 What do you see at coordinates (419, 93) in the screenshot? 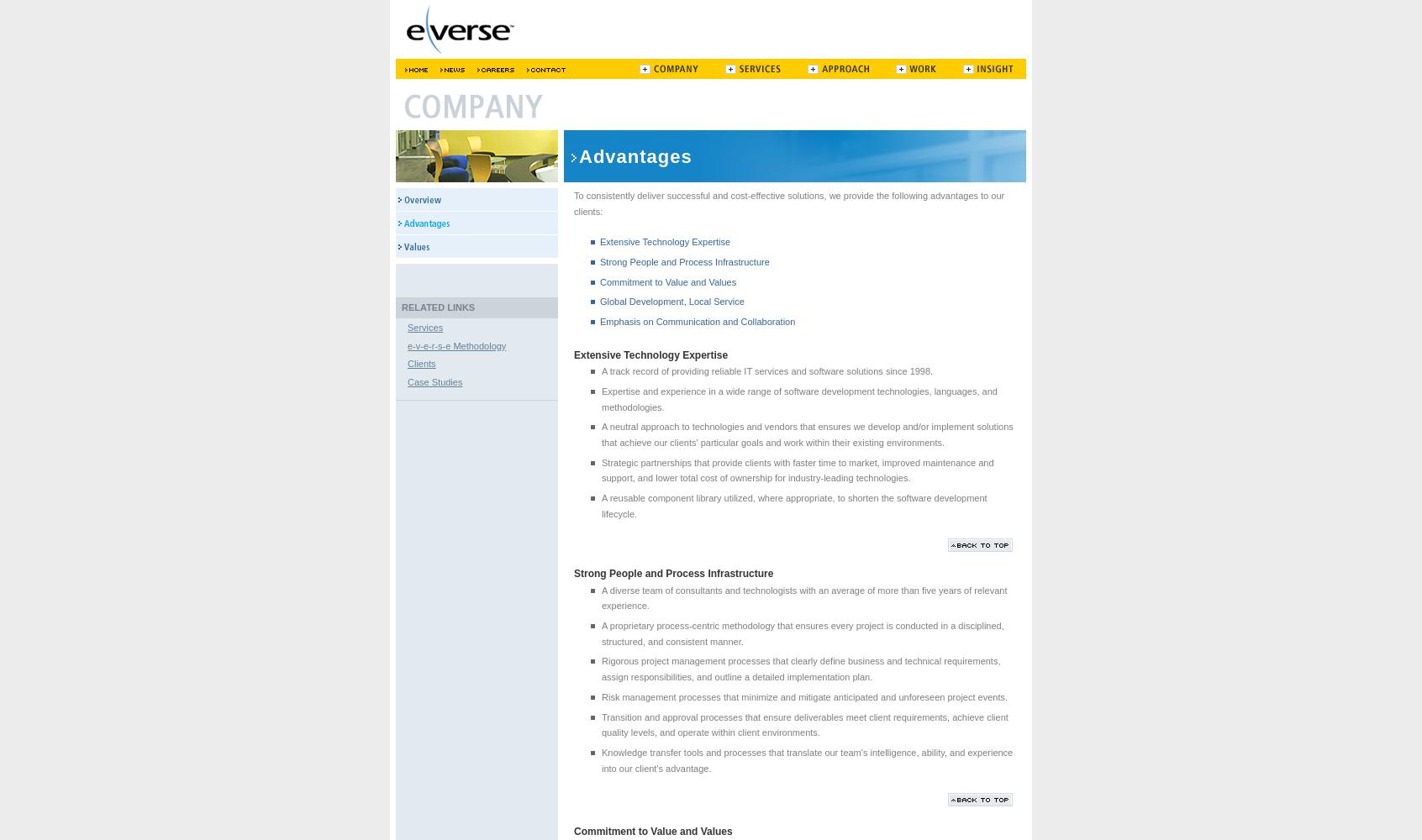
I see `'Development Framework'` at bounding box center [419, 93].